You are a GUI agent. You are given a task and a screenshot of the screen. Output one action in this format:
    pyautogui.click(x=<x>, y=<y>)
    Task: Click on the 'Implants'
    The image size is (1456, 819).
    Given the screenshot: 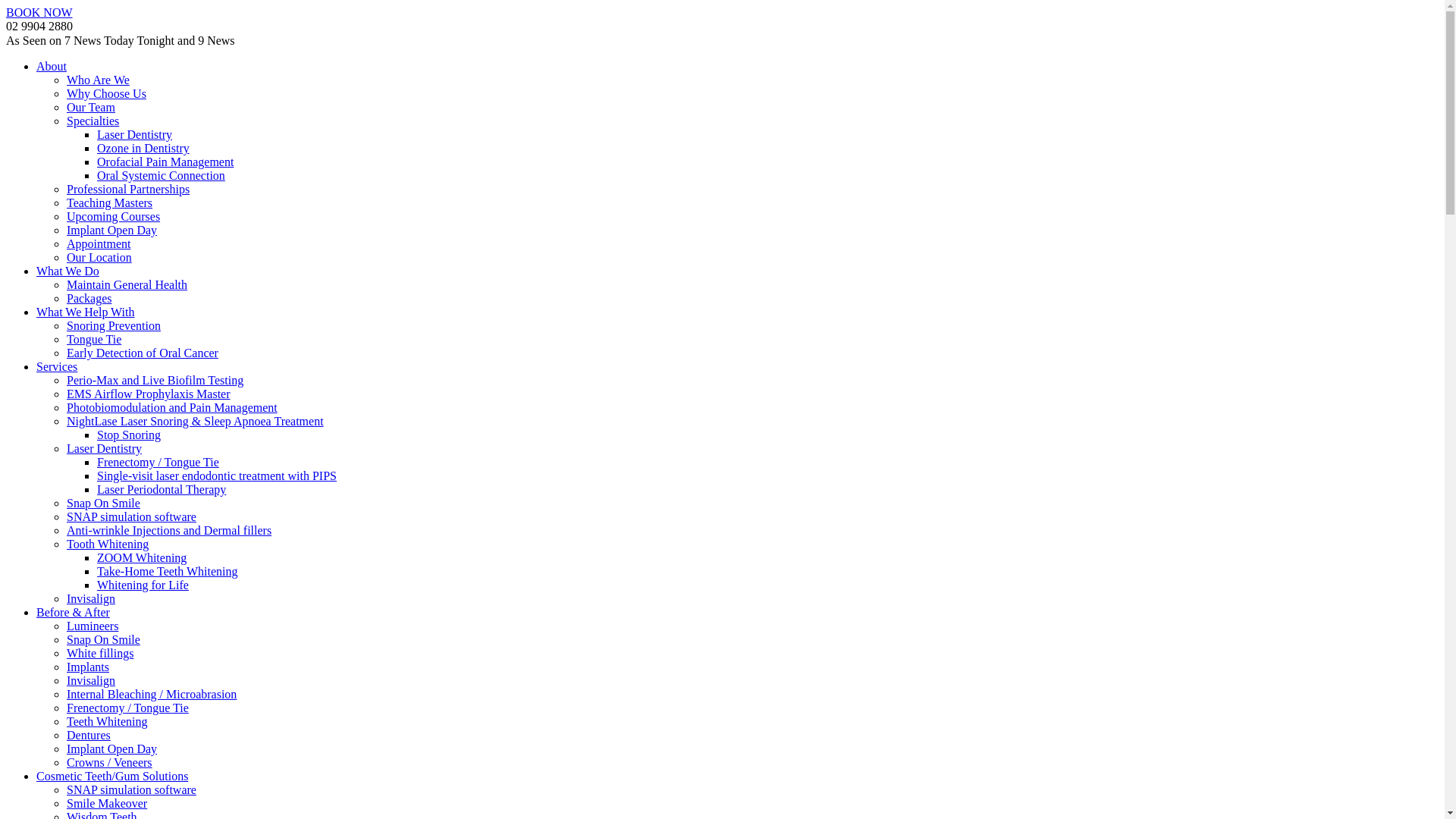 What is the action you would take?
    pyautogui.click(x=86, y=666)
    